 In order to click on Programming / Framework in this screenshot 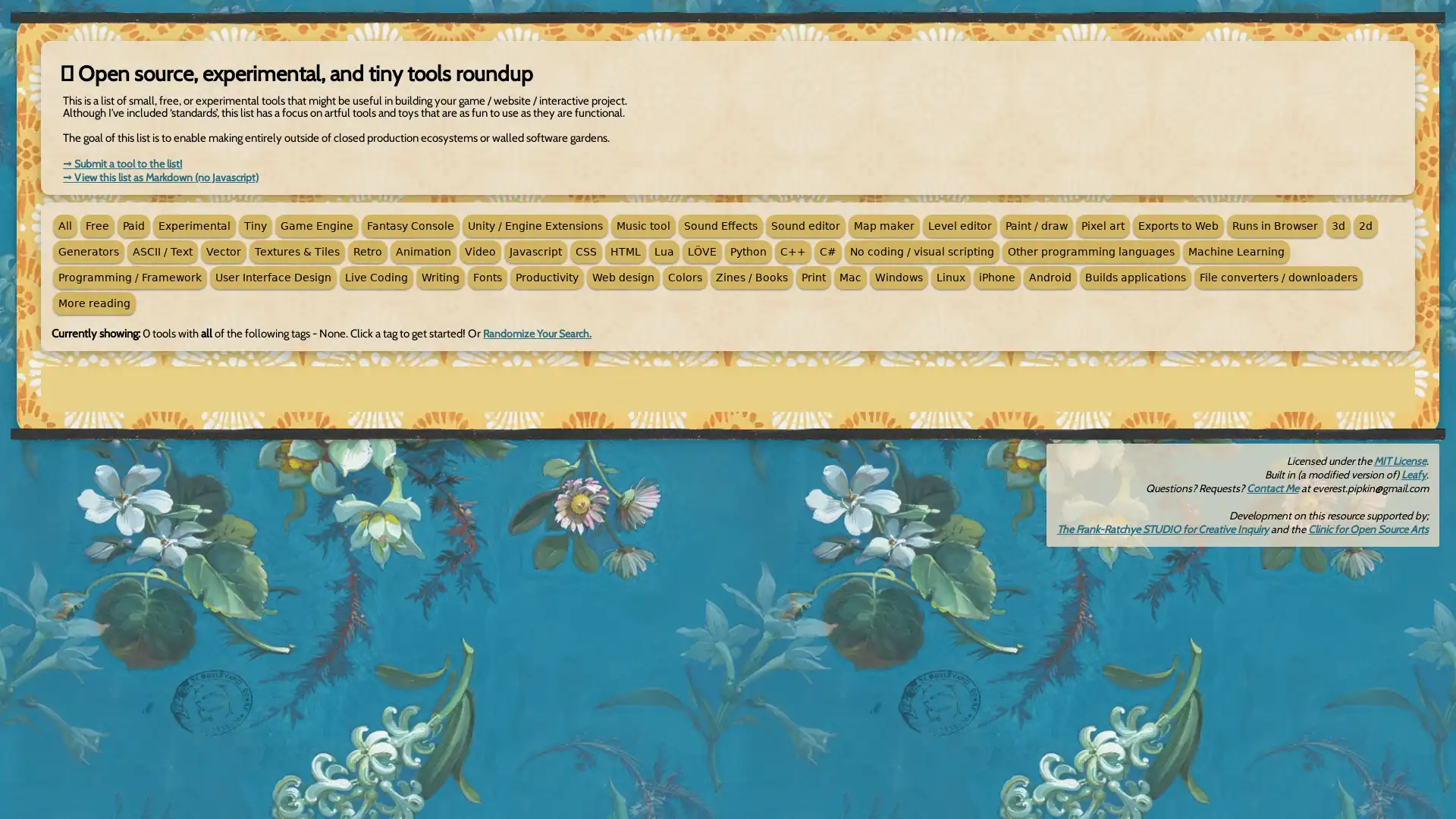, I will do `click(130, 278)`.